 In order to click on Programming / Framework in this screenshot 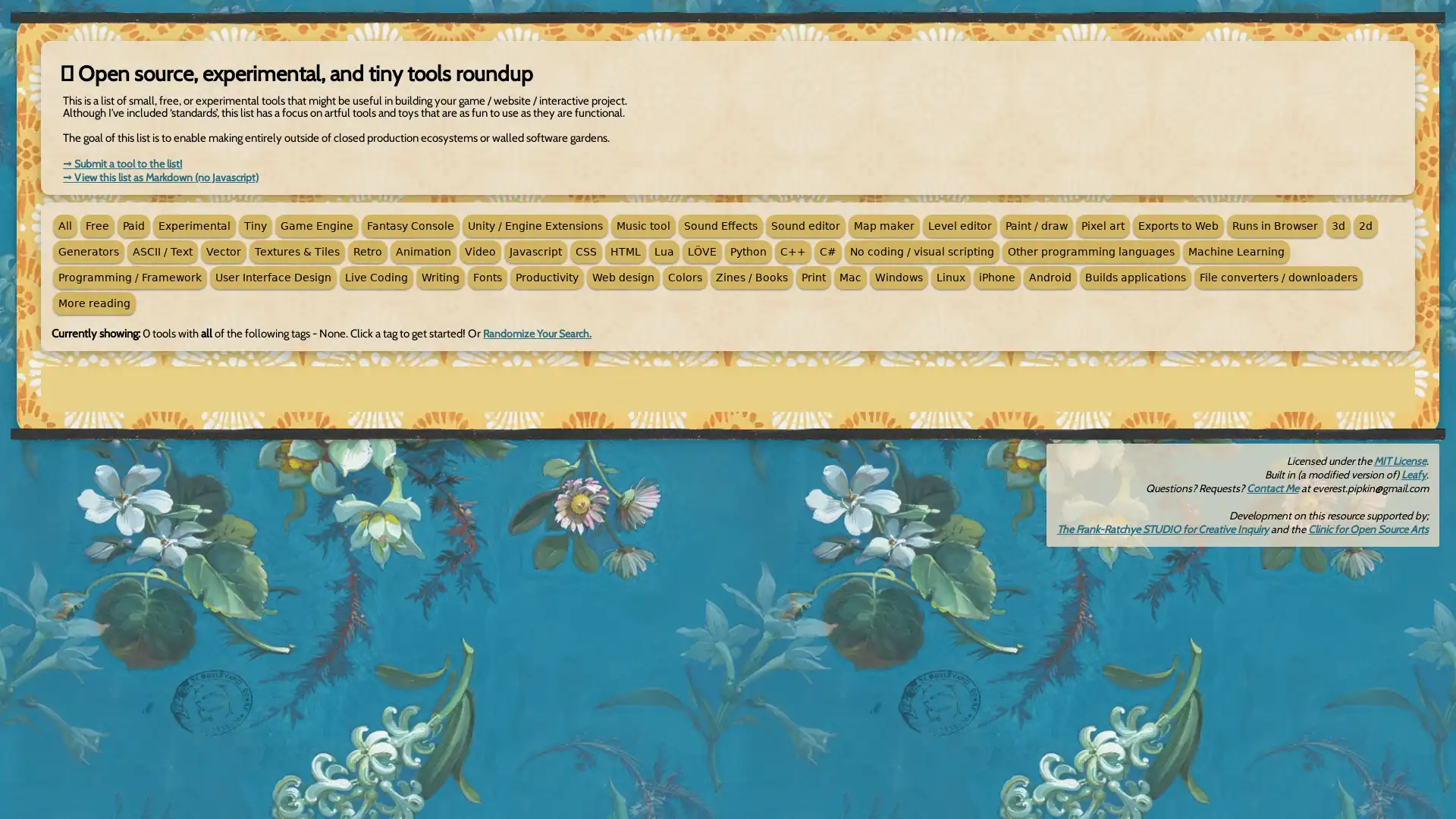, I will do `click(130, 278)`.